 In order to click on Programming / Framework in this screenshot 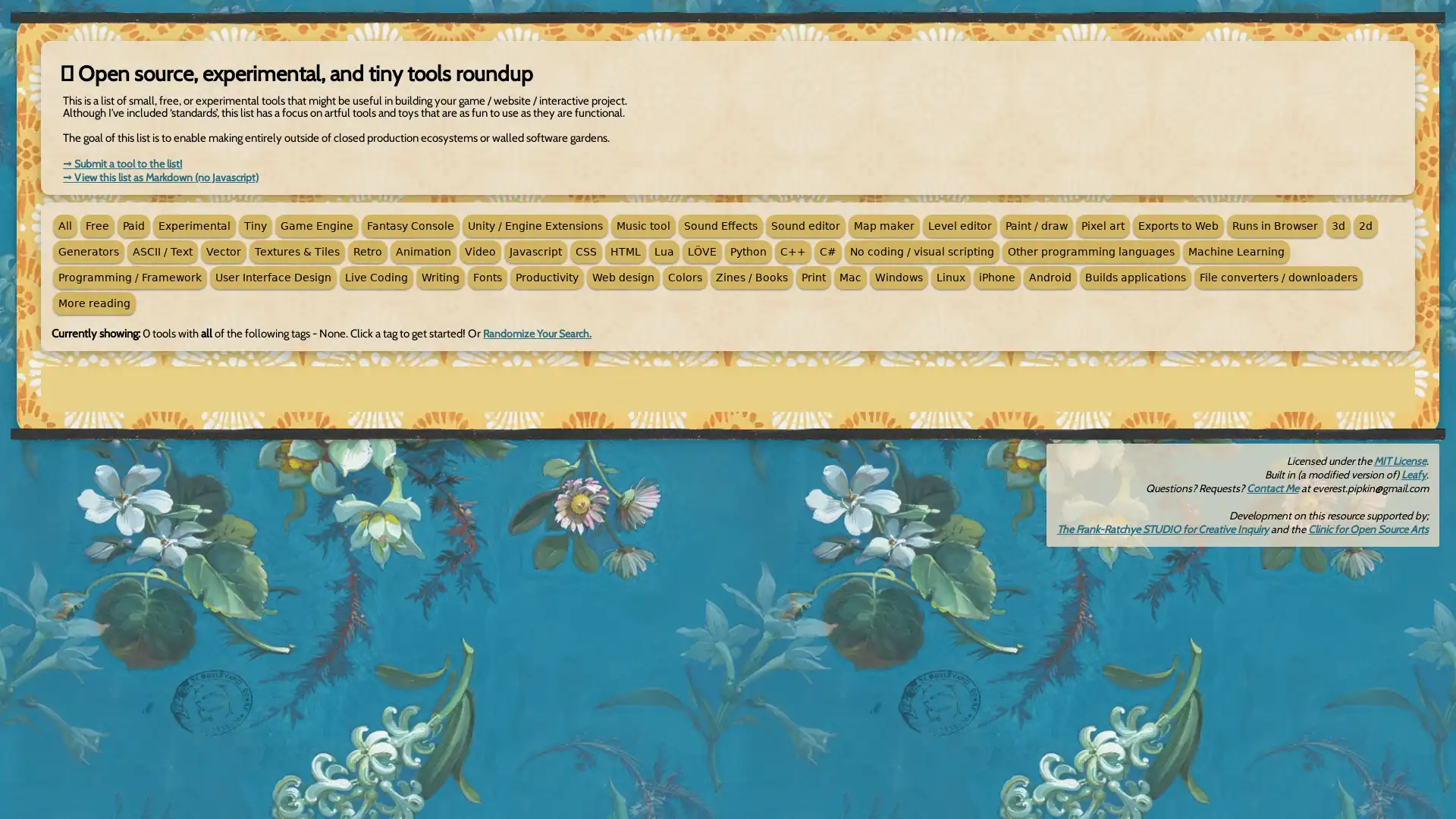, I will do `click(130, 278)`.